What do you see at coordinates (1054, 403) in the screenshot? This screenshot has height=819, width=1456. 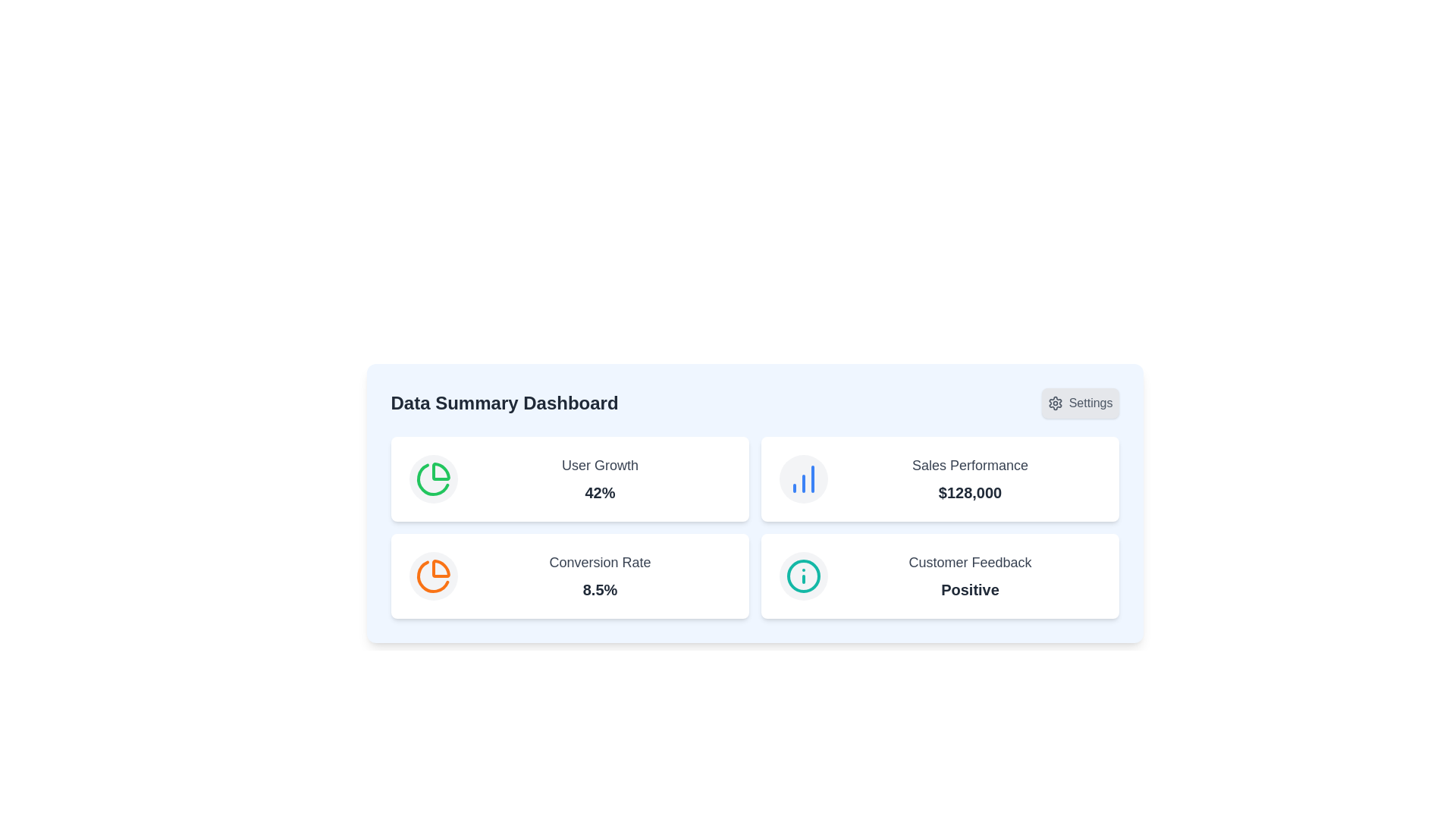 I see `the circular settings icon, which is a gear-shaped button styled in gray located at the top-right corner of the dashboard` at bounding box center [1054, 403].